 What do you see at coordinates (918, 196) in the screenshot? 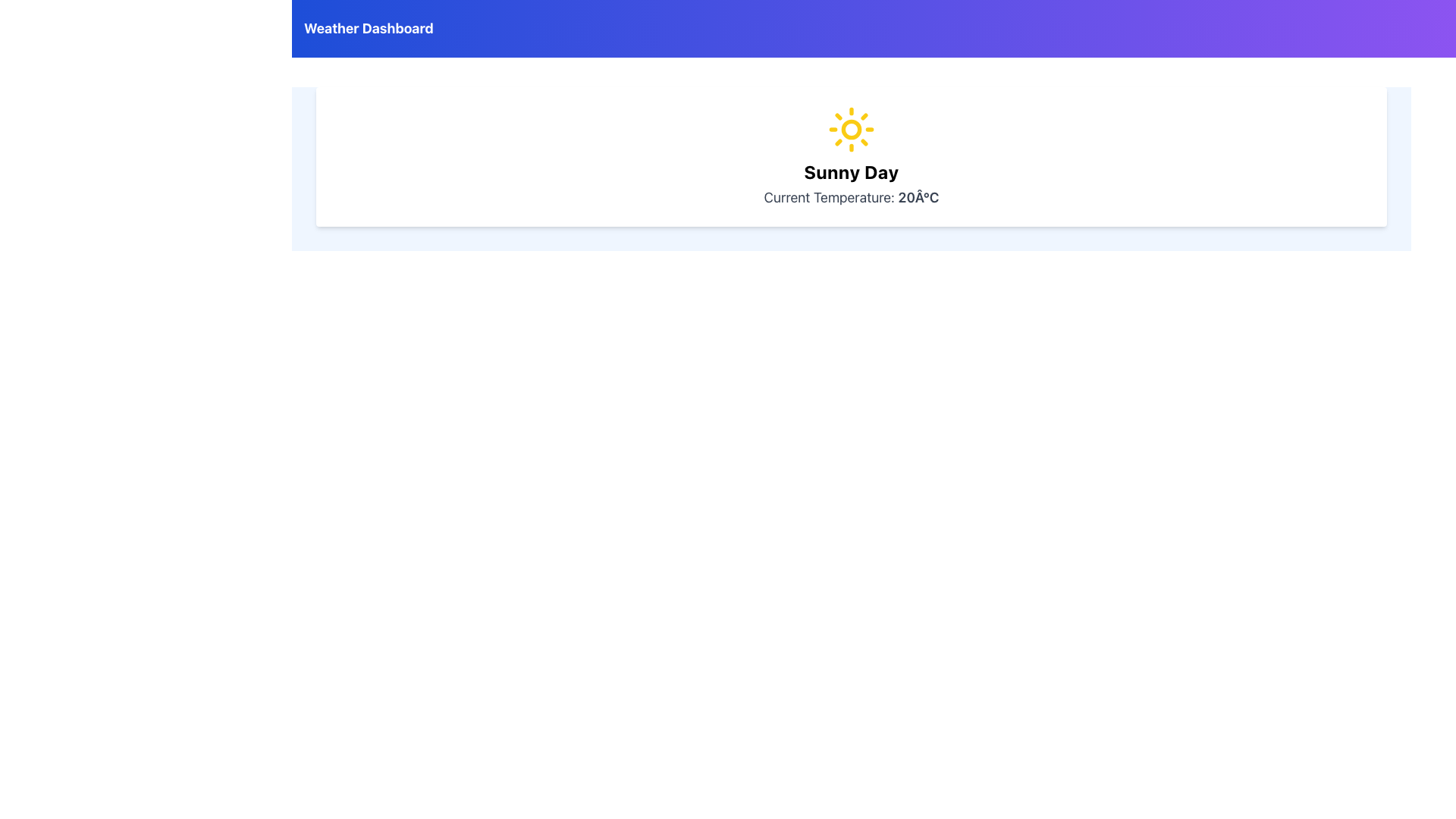
I see `the static text displaying the current temperature value in degrees Celsius, located at the end of the line labeled 'Current Temperature:'` at bounding box center [918, 196].